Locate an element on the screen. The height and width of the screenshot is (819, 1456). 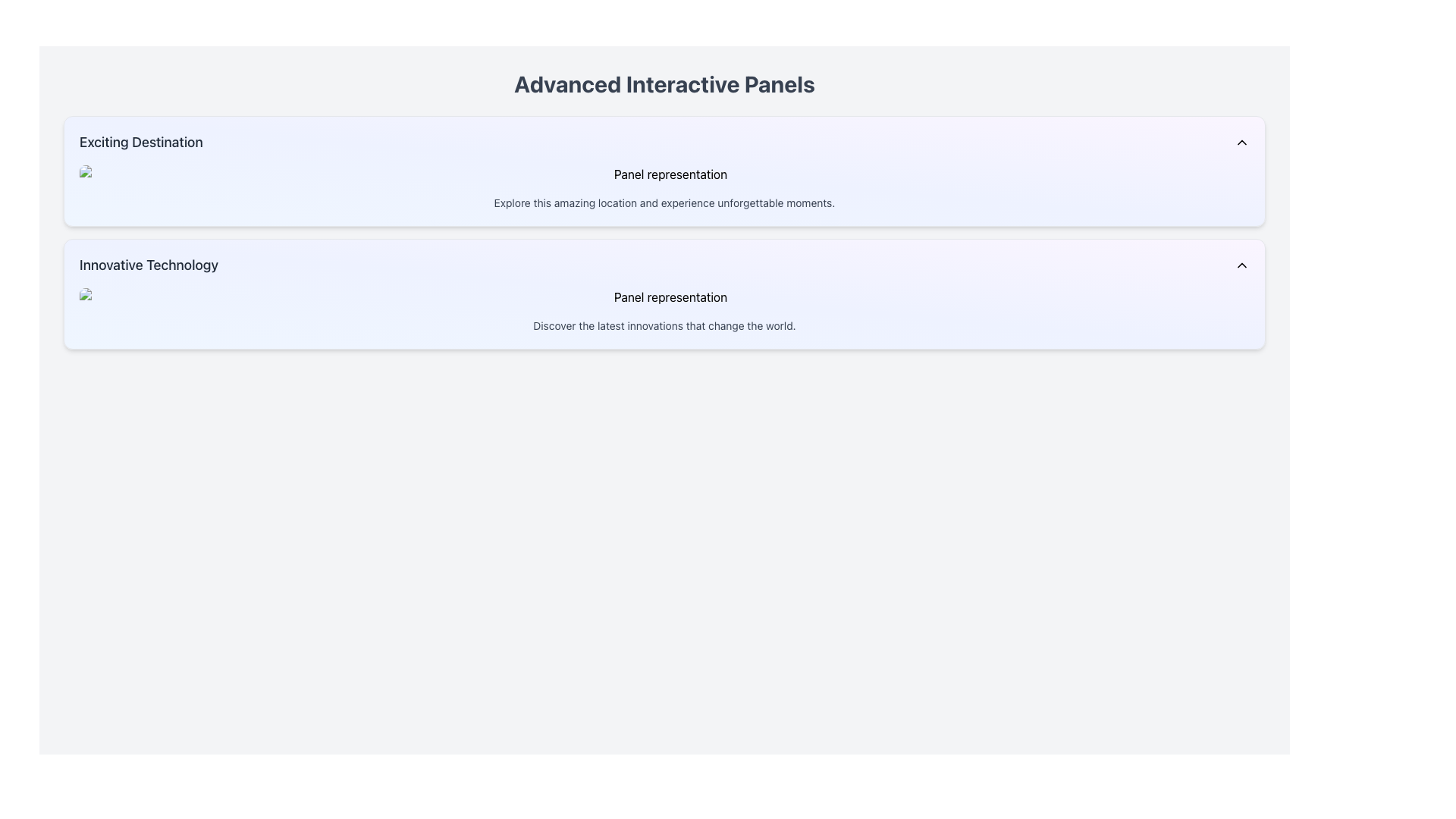
the prominent bold title styled as a heading is located at coordinates (664, 84).